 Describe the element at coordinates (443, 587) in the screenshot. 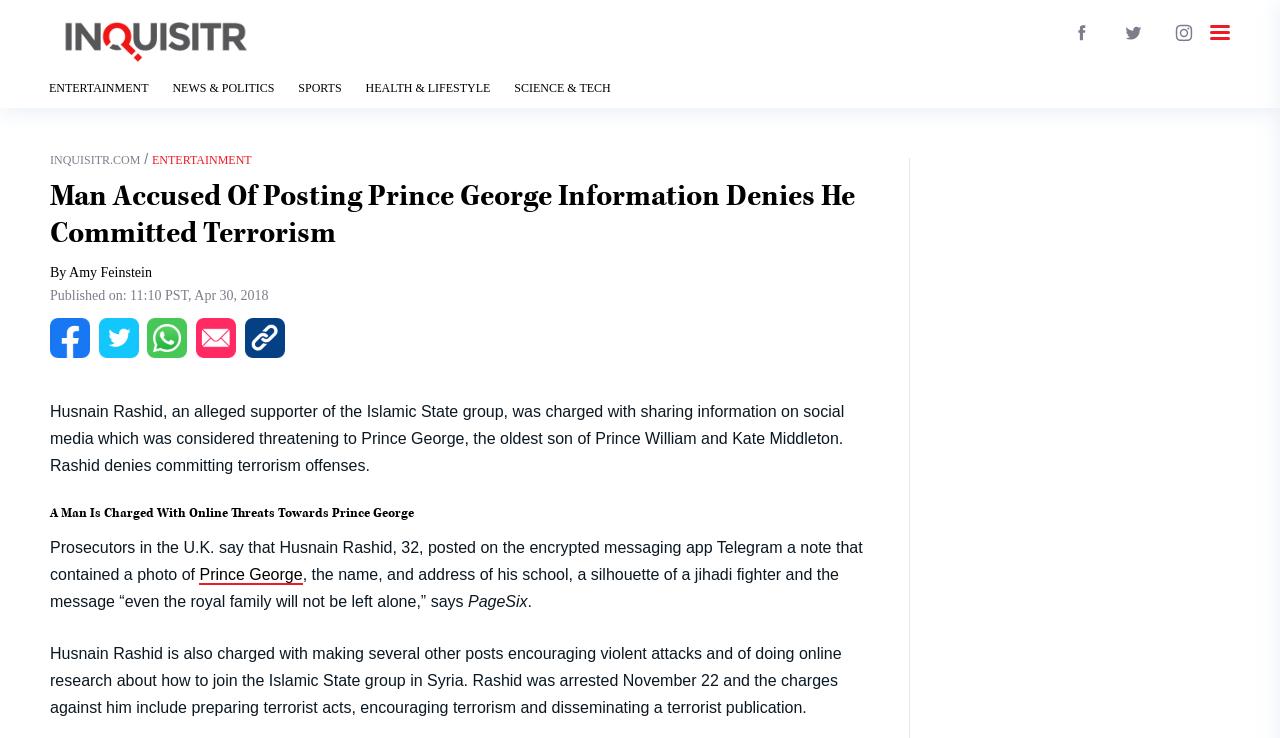

I see `', the name, and address of his school, a silhouette of a jihadi fighter and the message “even the royal family will not be left alone,” says'` at that location.